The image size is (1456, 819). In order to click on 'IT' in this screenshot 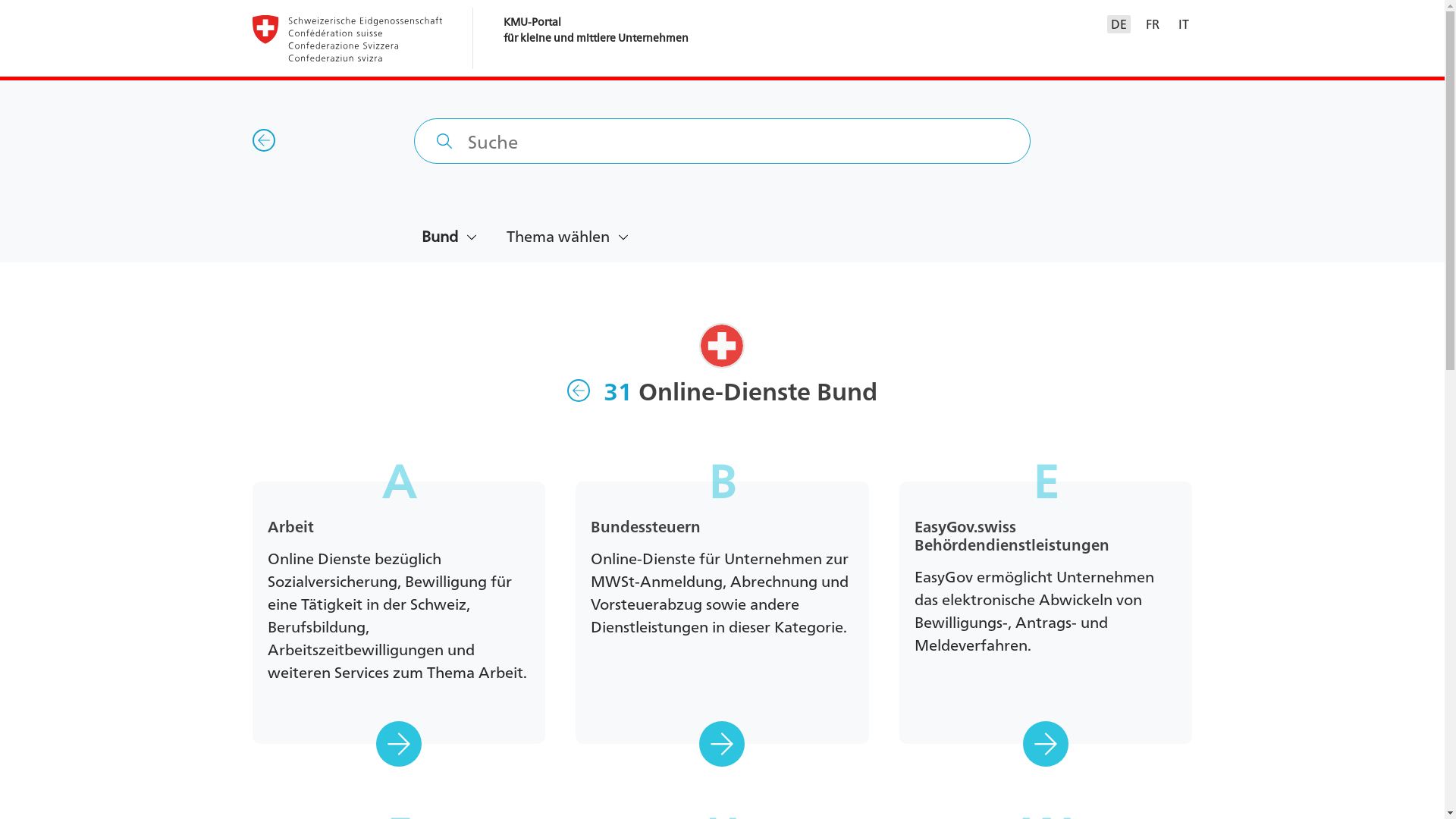, I will do `click(1182, 24)`.